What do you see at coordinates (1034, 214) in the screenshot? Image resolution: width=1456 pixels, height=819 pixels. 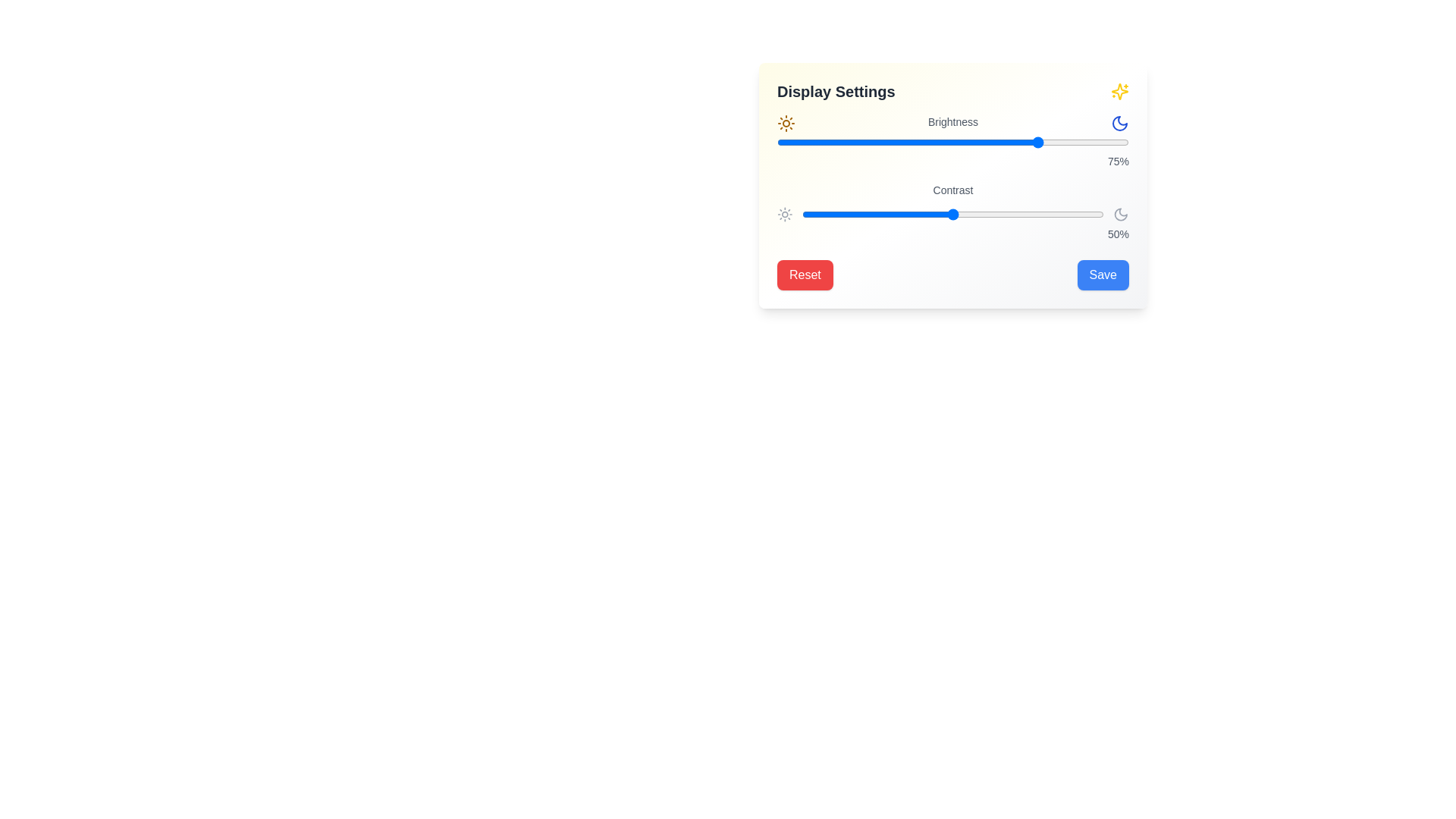 I see `contrast` at bounding box center [1034, 214].